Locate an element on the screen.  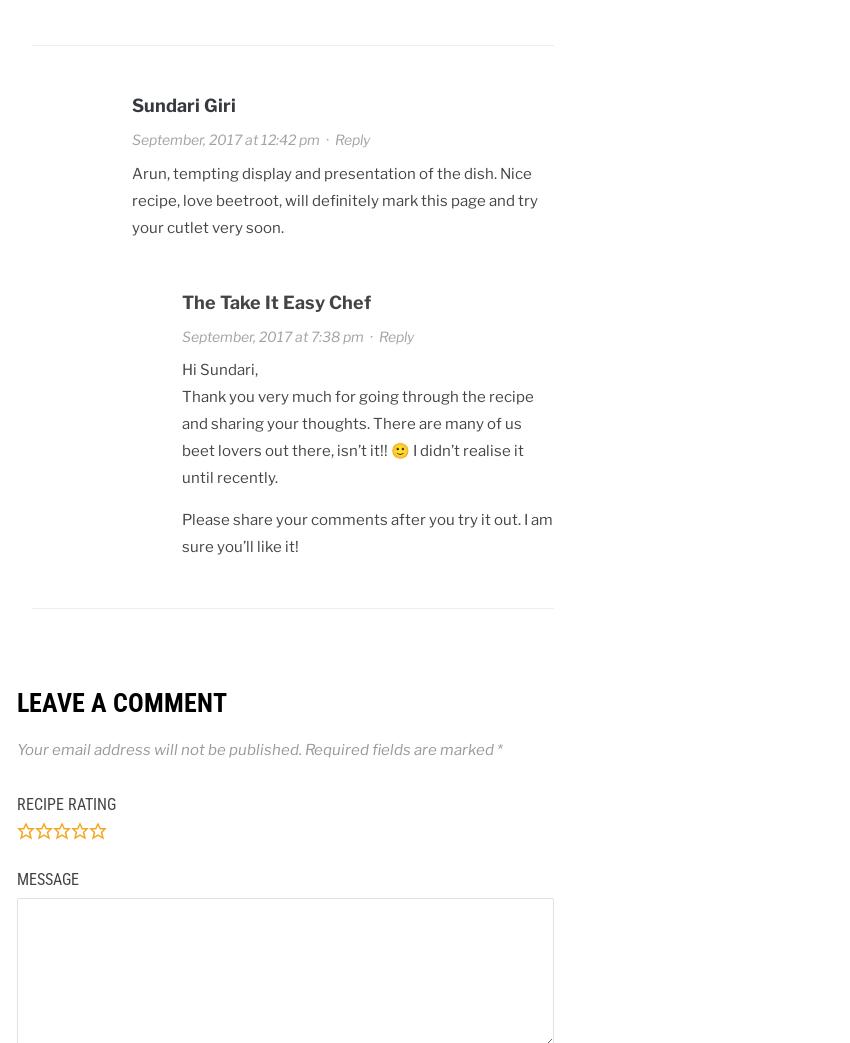
'*' is located at coordinates (499, 747).